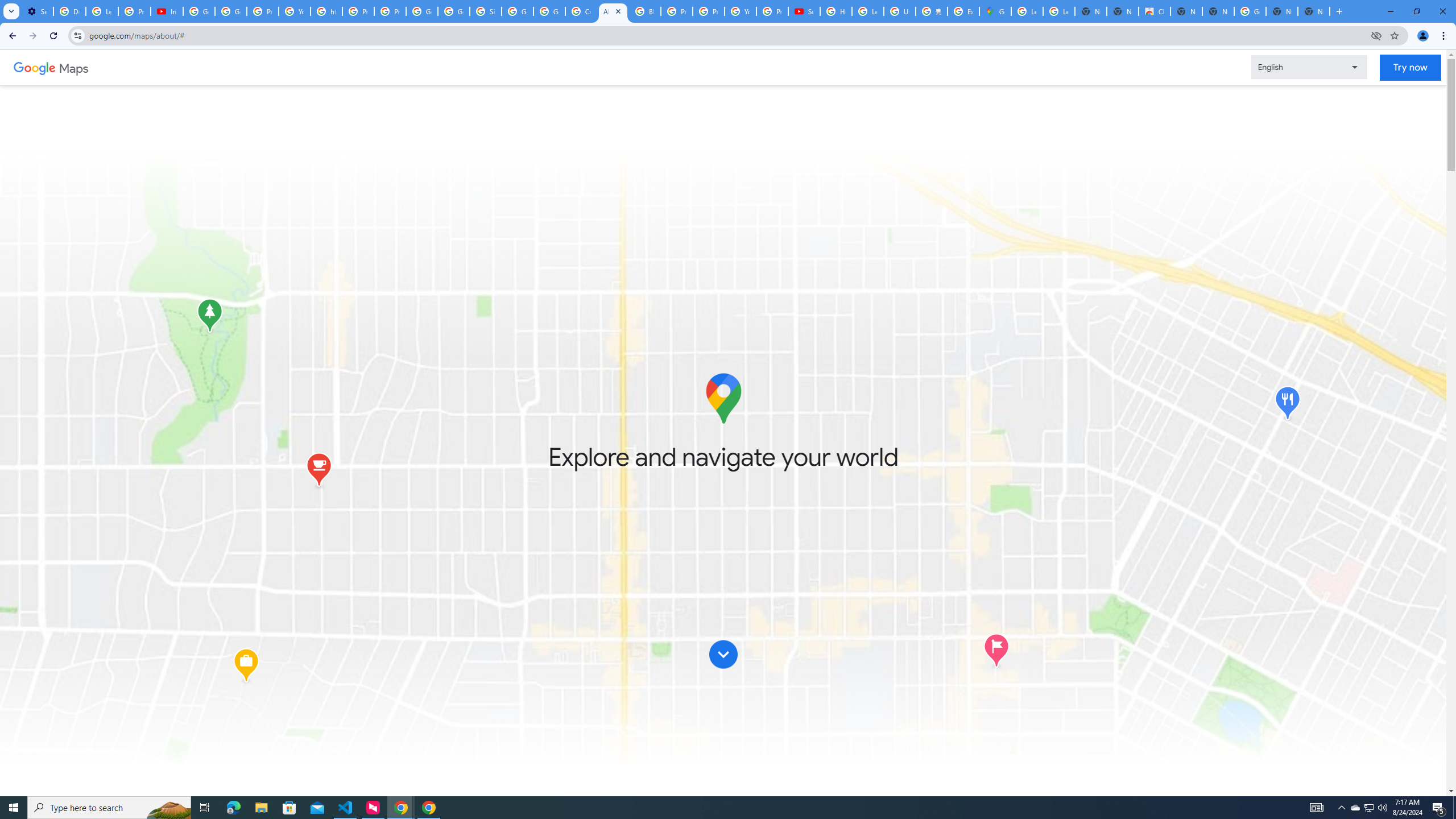  Describe the element at coordinates (994, 11) in the screenshot. I see `'Google Maps'` at that location.